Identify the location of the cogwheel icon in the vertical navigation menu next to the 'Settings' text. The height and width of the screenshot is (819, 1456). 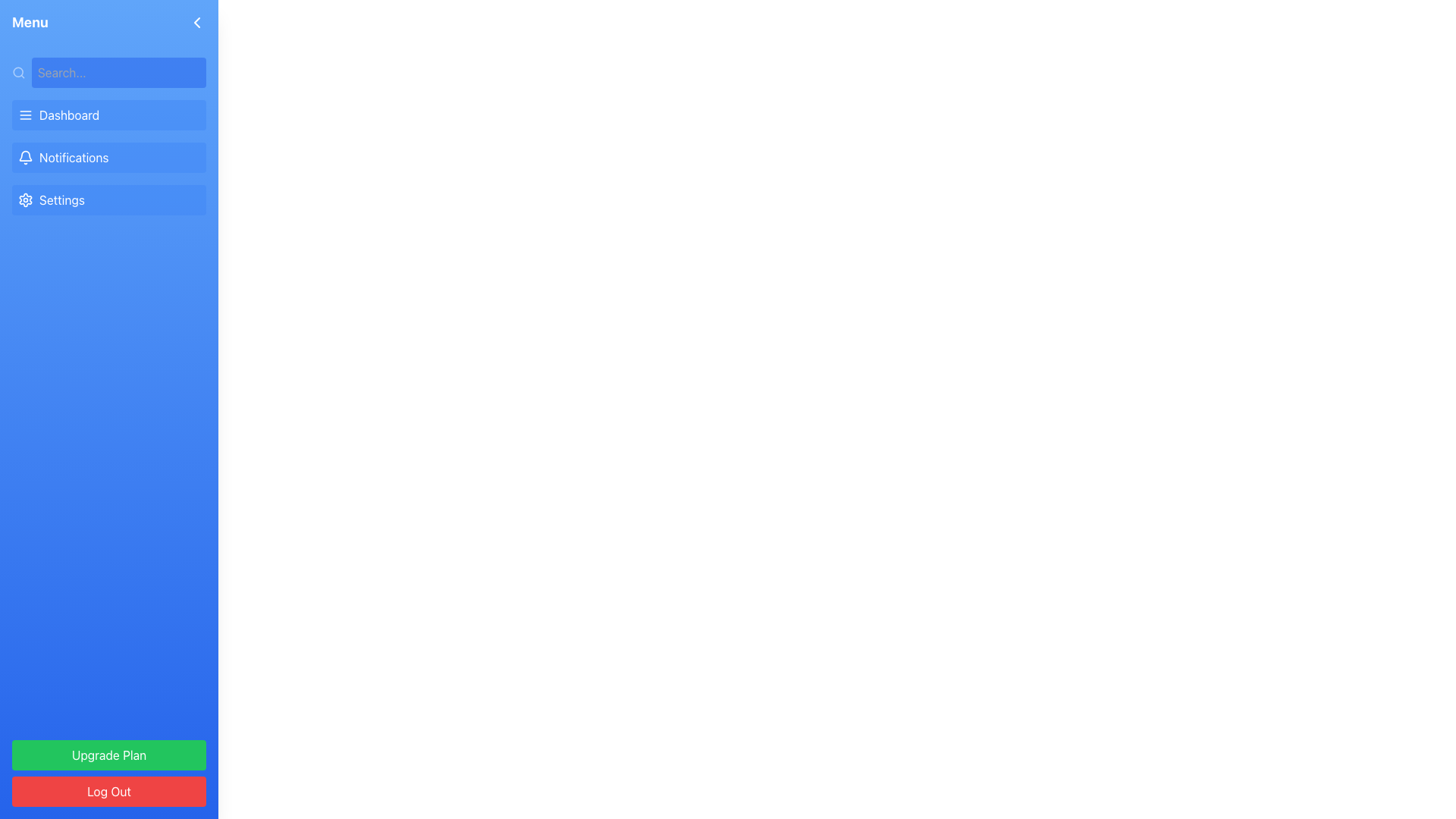
(25, 199).